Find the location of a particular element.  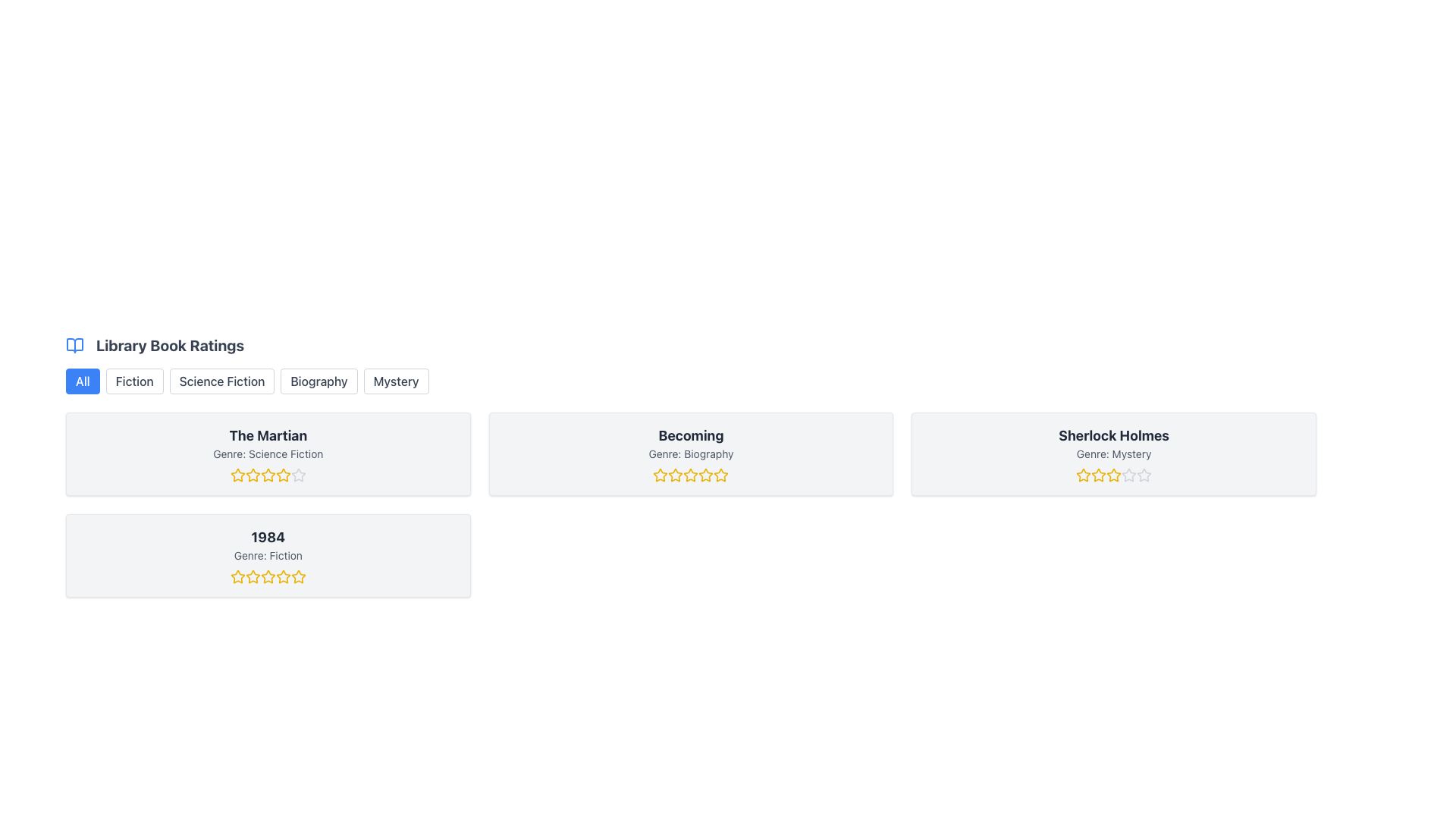

the third star icon in the rating row for the book 'Becoming' is located at coordinates (675, 475).